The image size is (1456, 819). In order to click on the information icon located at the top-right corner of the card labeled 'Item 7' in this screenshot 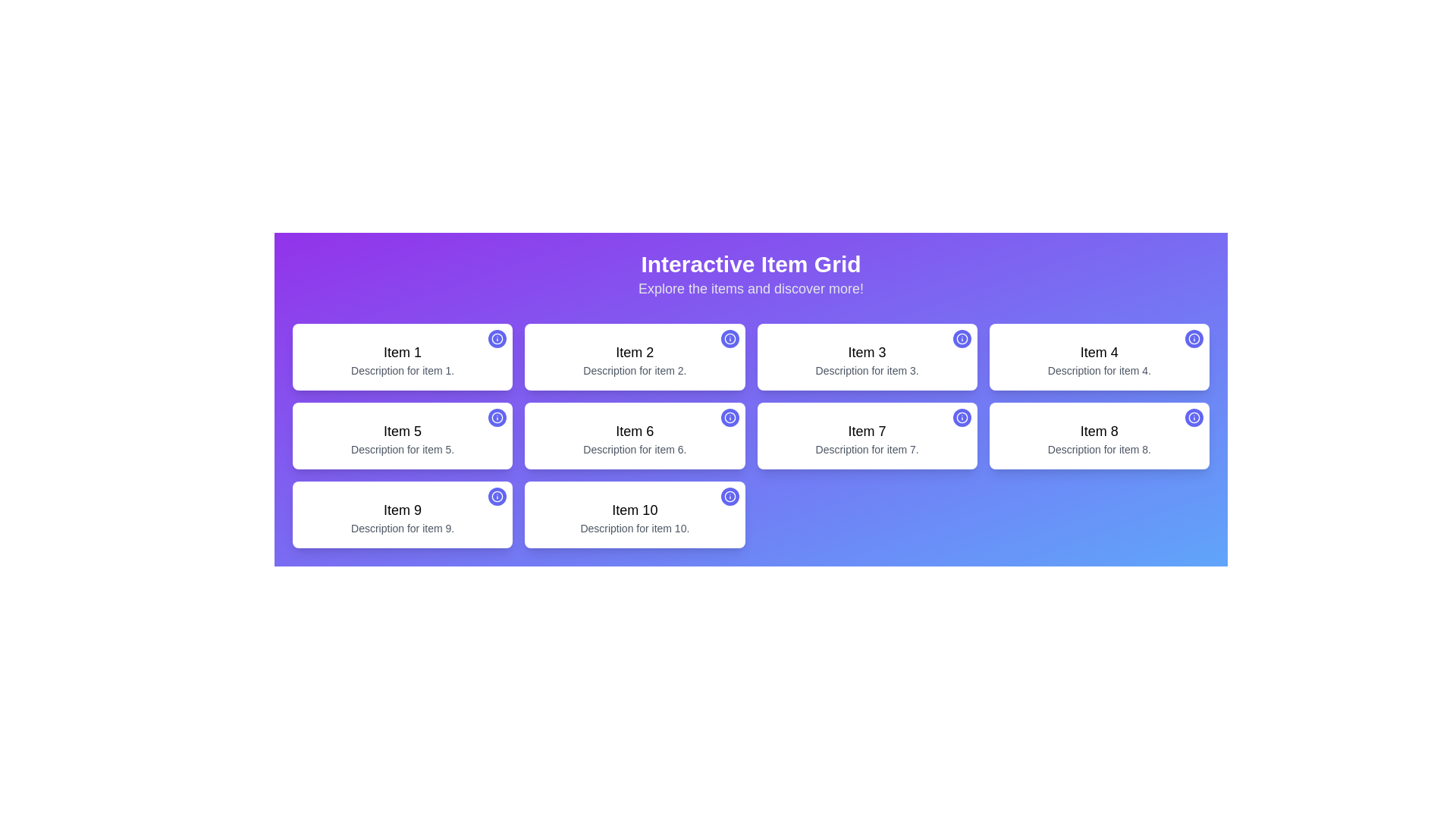, I will do `click(961, 418)`.